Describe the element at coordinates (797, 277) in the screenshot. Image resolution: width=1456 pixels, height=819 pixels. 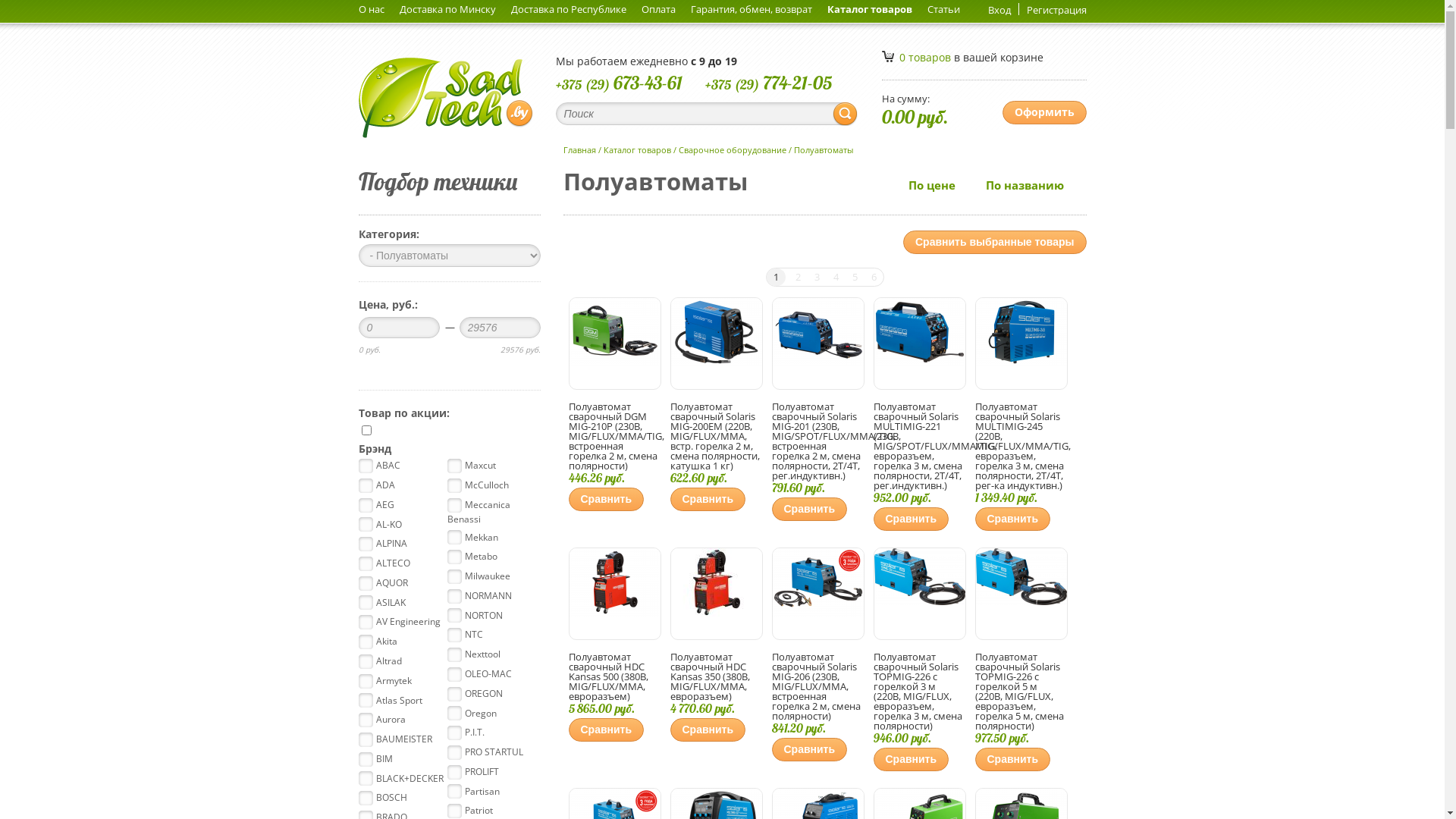
I see `'2'` at that location.